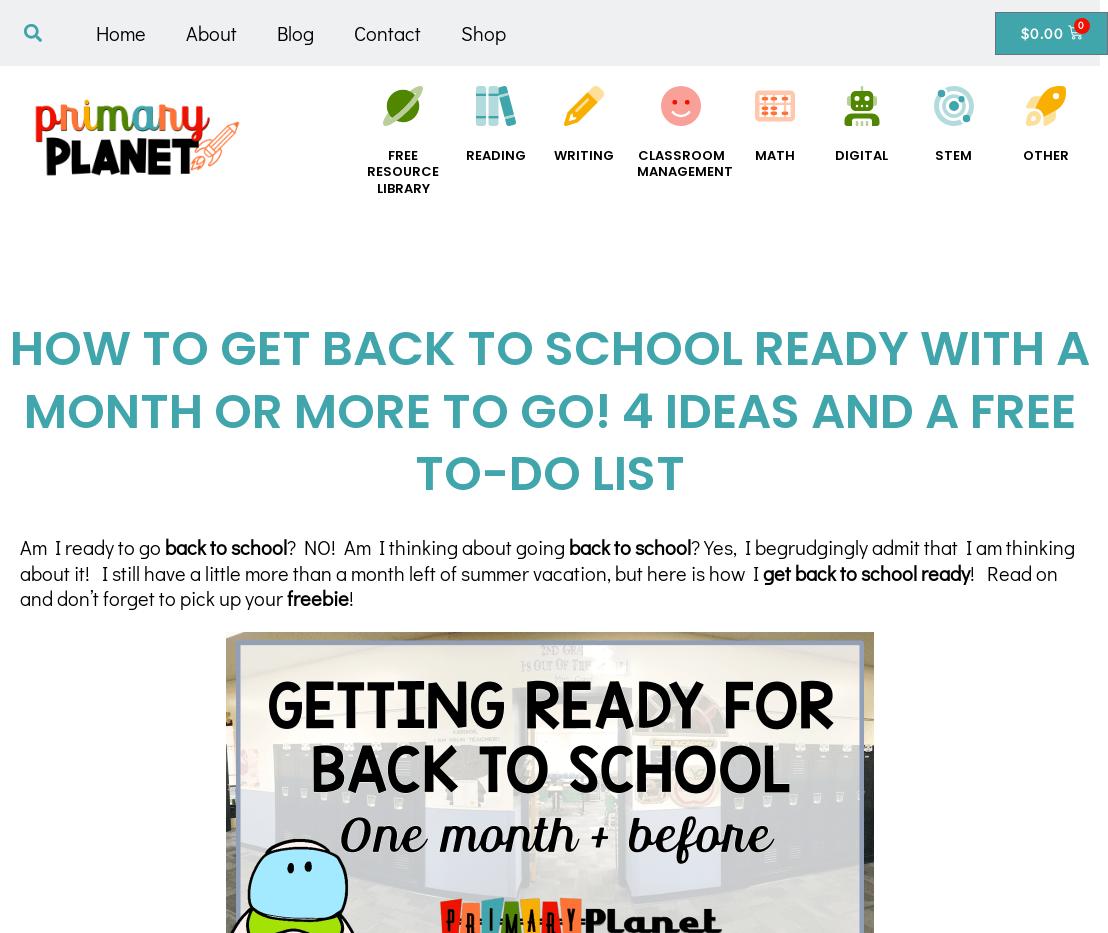 Image resolution: width=1108 pixels, height=933 pixels. What do you see at coordinates (554, 153) in the screenshot?
I see `'Writing'` at bounding box center [554, 153].